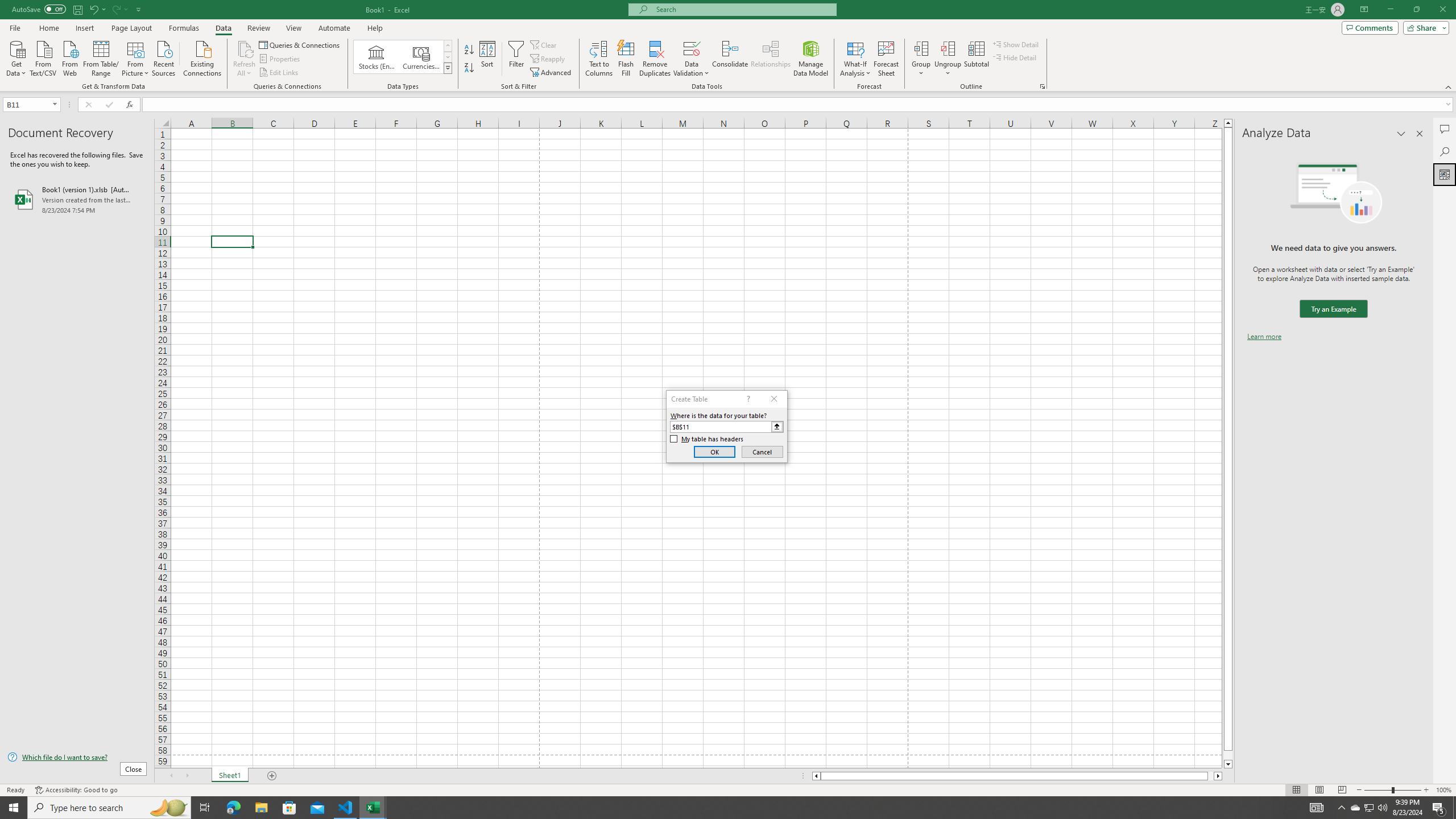 The width and height of the screenshot is (1456, 819). Describe the element at coordinates (403, 56) in the screenshot. I see `'AutomationID: ConvertToLinkedEntity'` at that location.